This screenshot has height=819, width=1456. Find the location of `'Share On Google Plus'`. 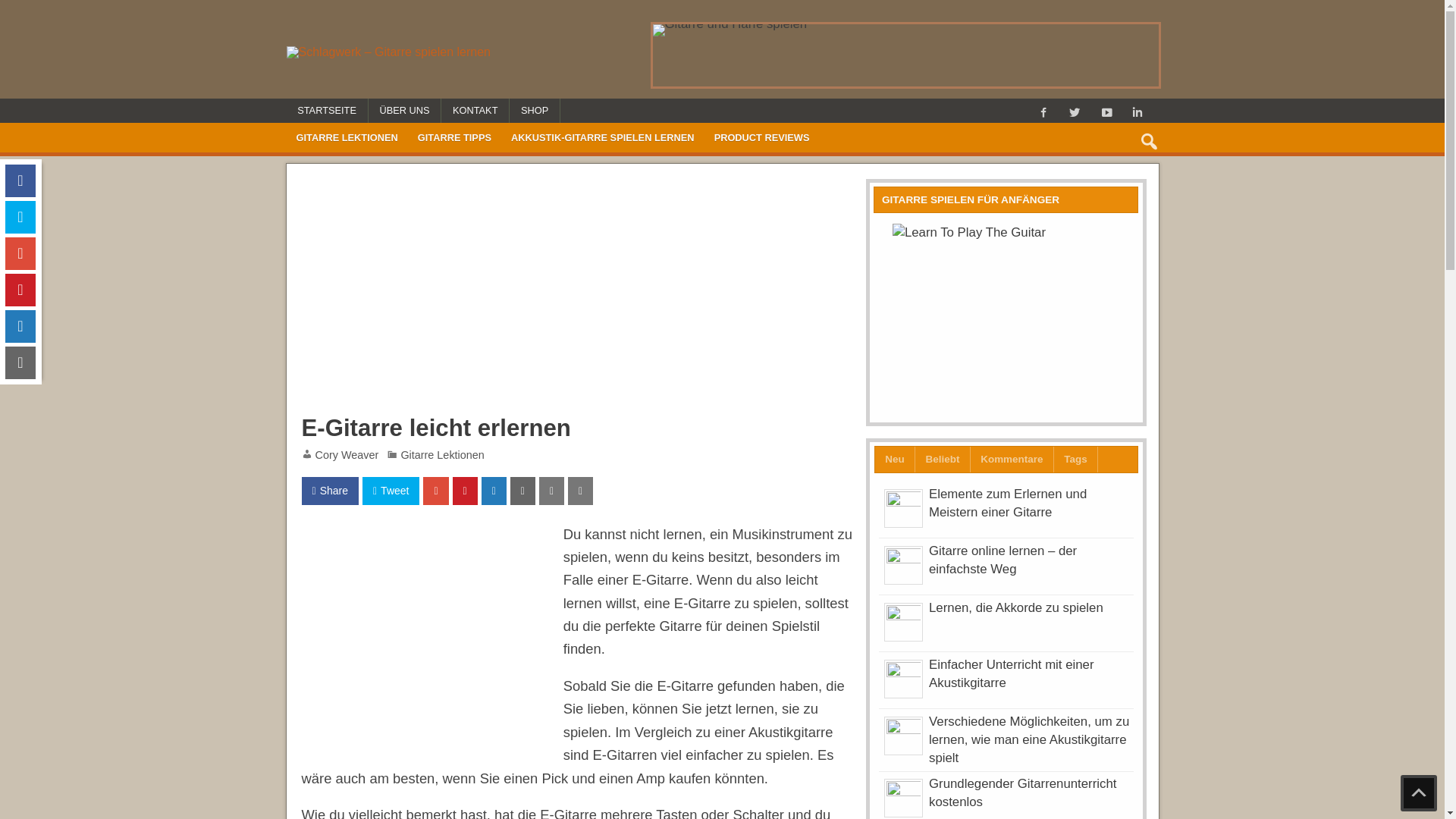

'Share On Google Plus' is located at coordinates (20, 253).